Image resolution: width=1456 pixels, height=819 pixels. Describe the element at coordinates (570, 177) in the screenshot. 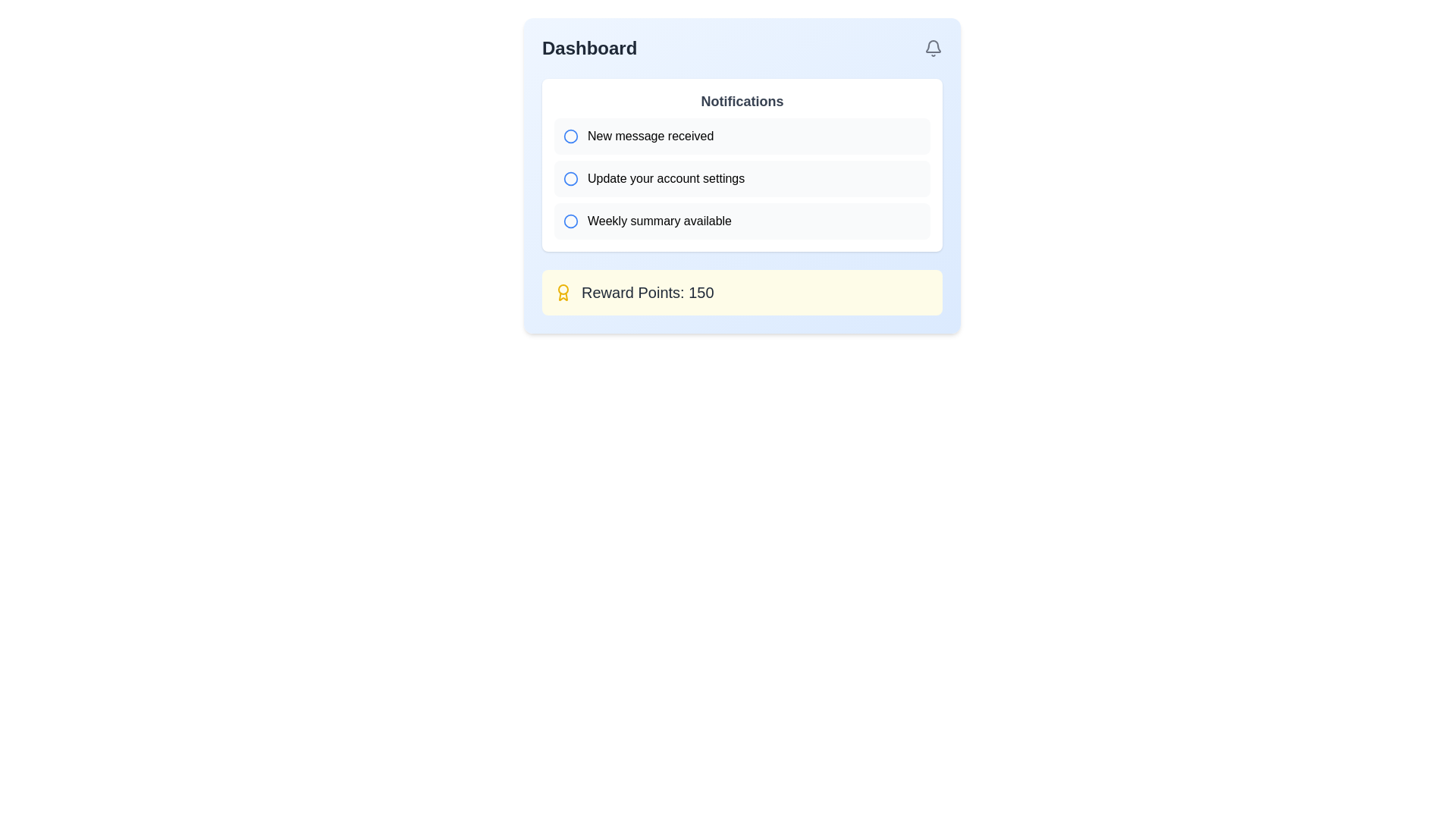

I see `the middle radio button styled with a blue stroke in the Notifications card below the Dashboard header` at that location.